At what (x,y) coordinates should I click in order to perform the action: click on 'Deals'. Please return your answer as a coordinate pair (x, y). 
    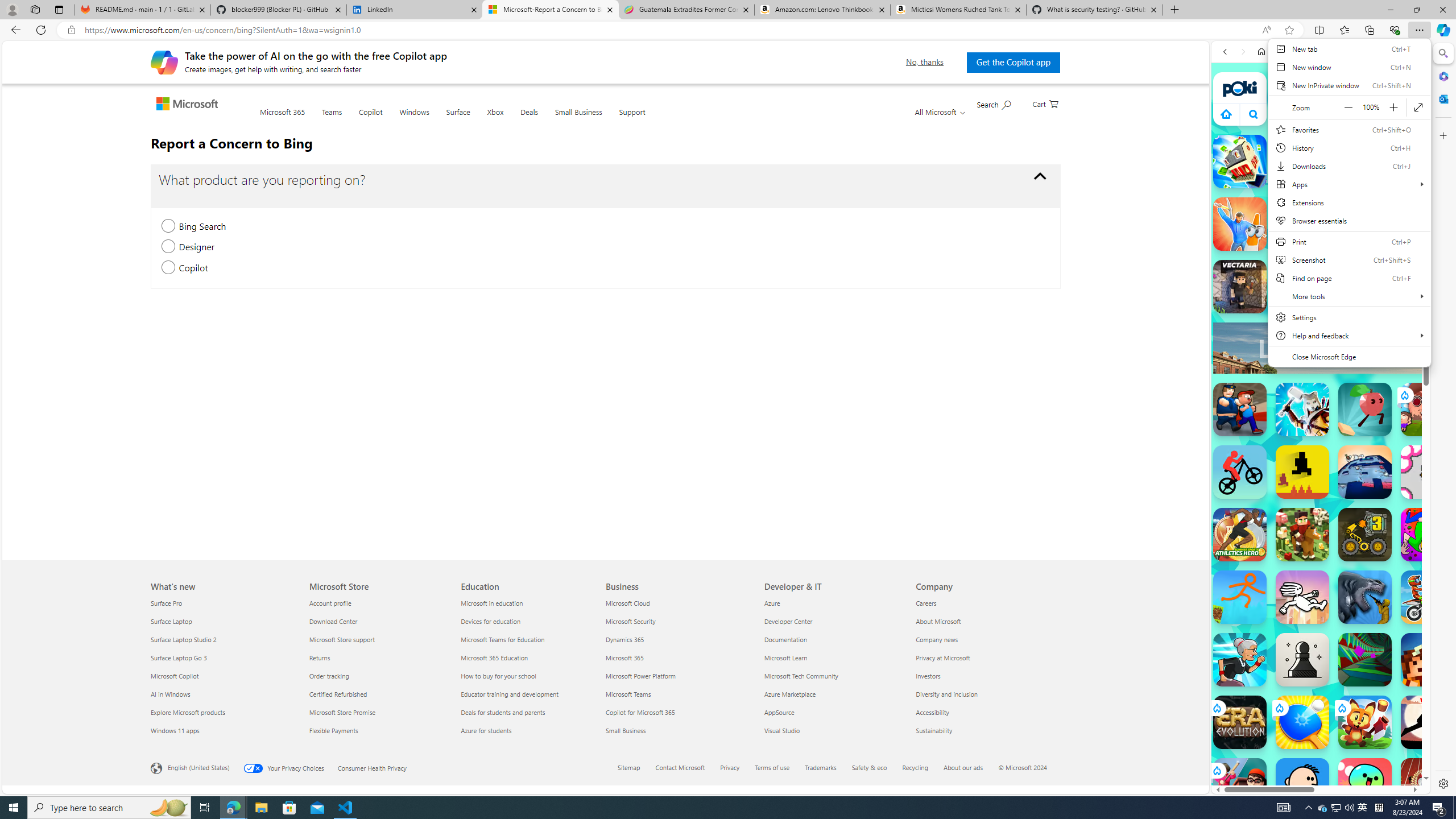
    Looking at the image, I should click on (528, 118).